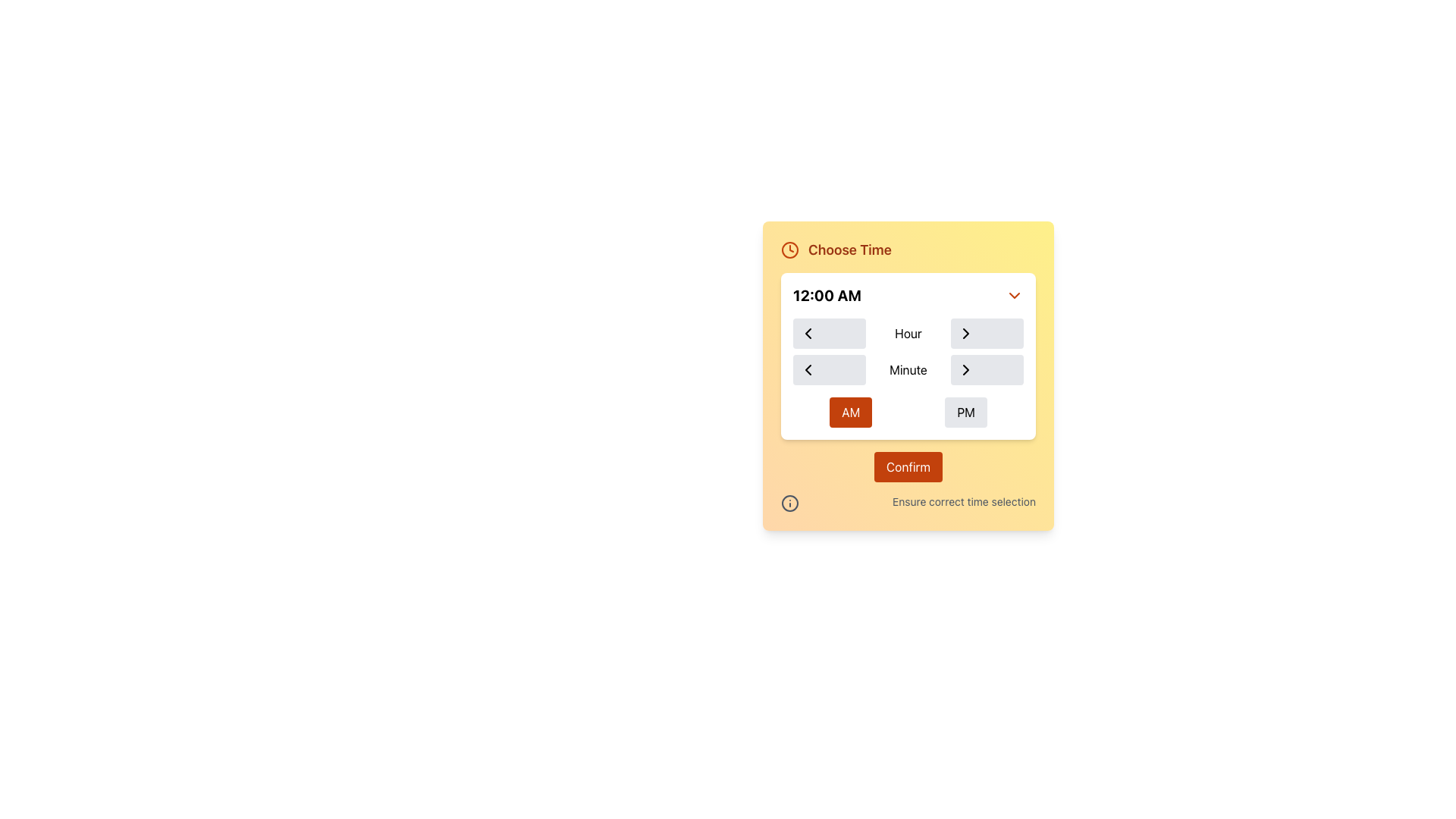 Image resolution: width=1456 pixels, height=819 pixels. What do you see at coordinates (789, 249) in the screenshot?
I see `the orange clock icon located on the left side of the 'Choose Time' label, which features a minimalist design with two clock hands and a circular outline` at bounding box center [789, 249].